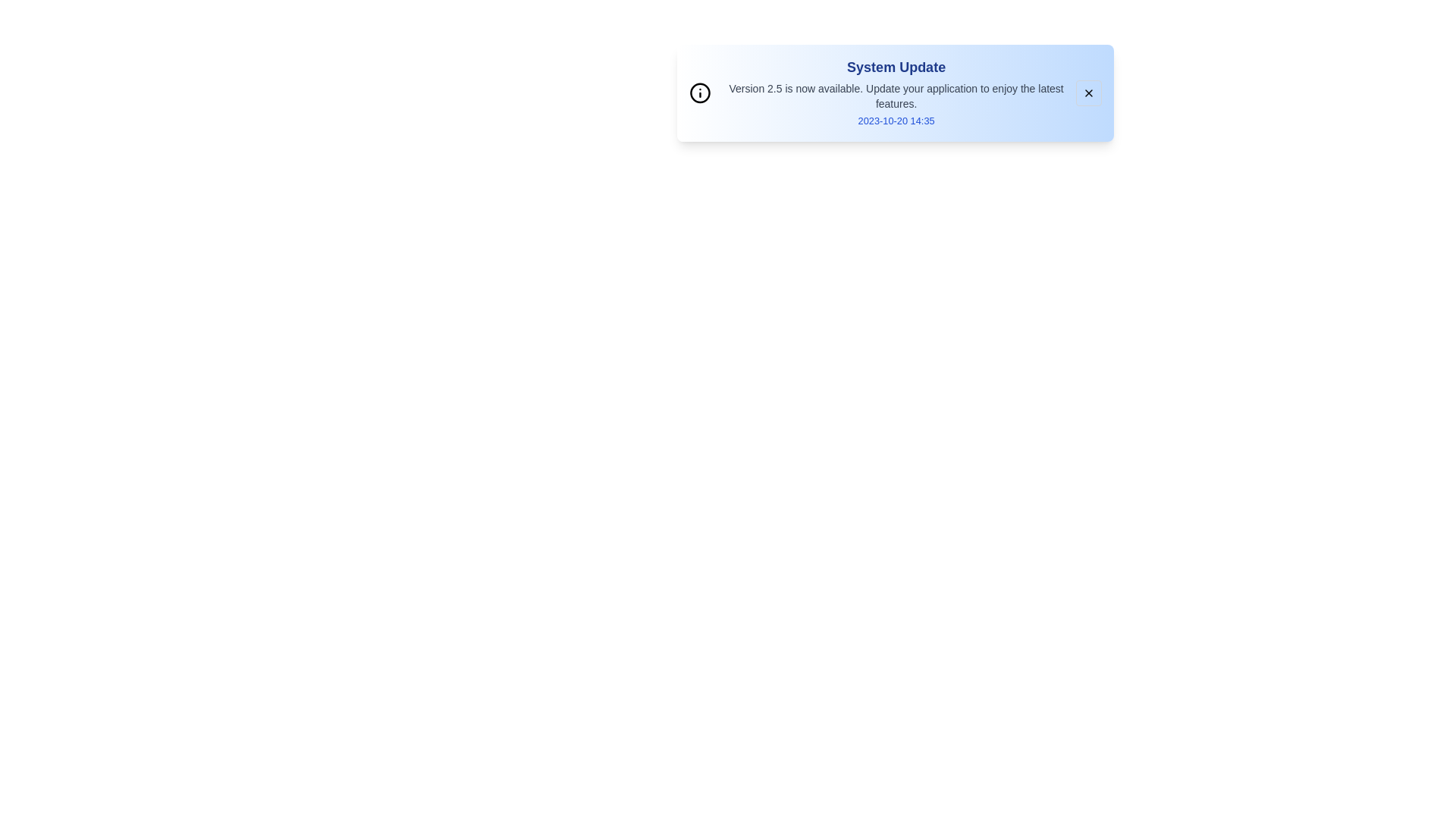  Describe the element at coordinates (699, 93) in the screenshot. I see `the alert icon to examine its visual information` at that location.